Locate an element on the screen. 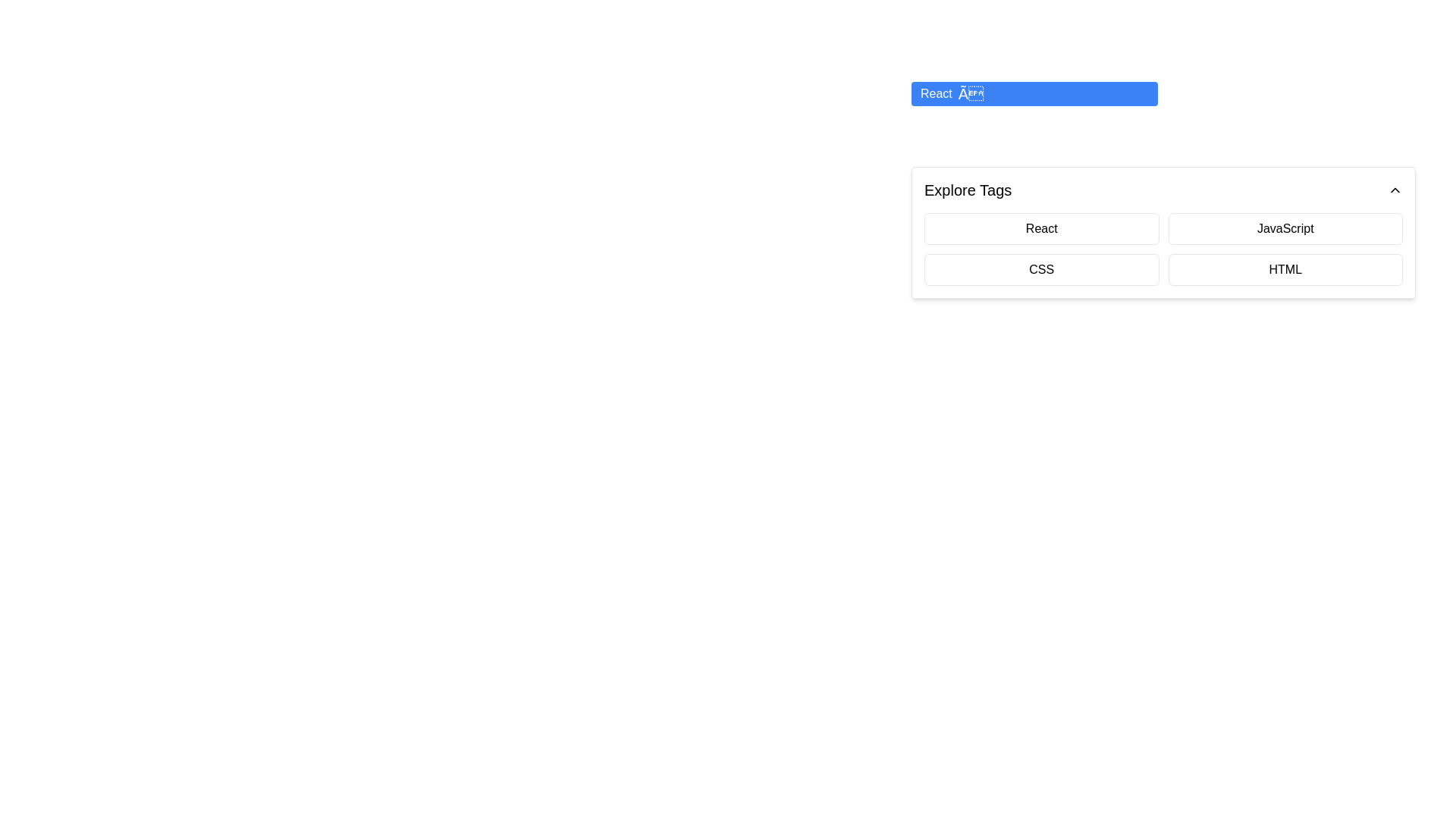  the interactive closing symbol (×) on the 'React' tag button is located at coordinates (1163, 111).